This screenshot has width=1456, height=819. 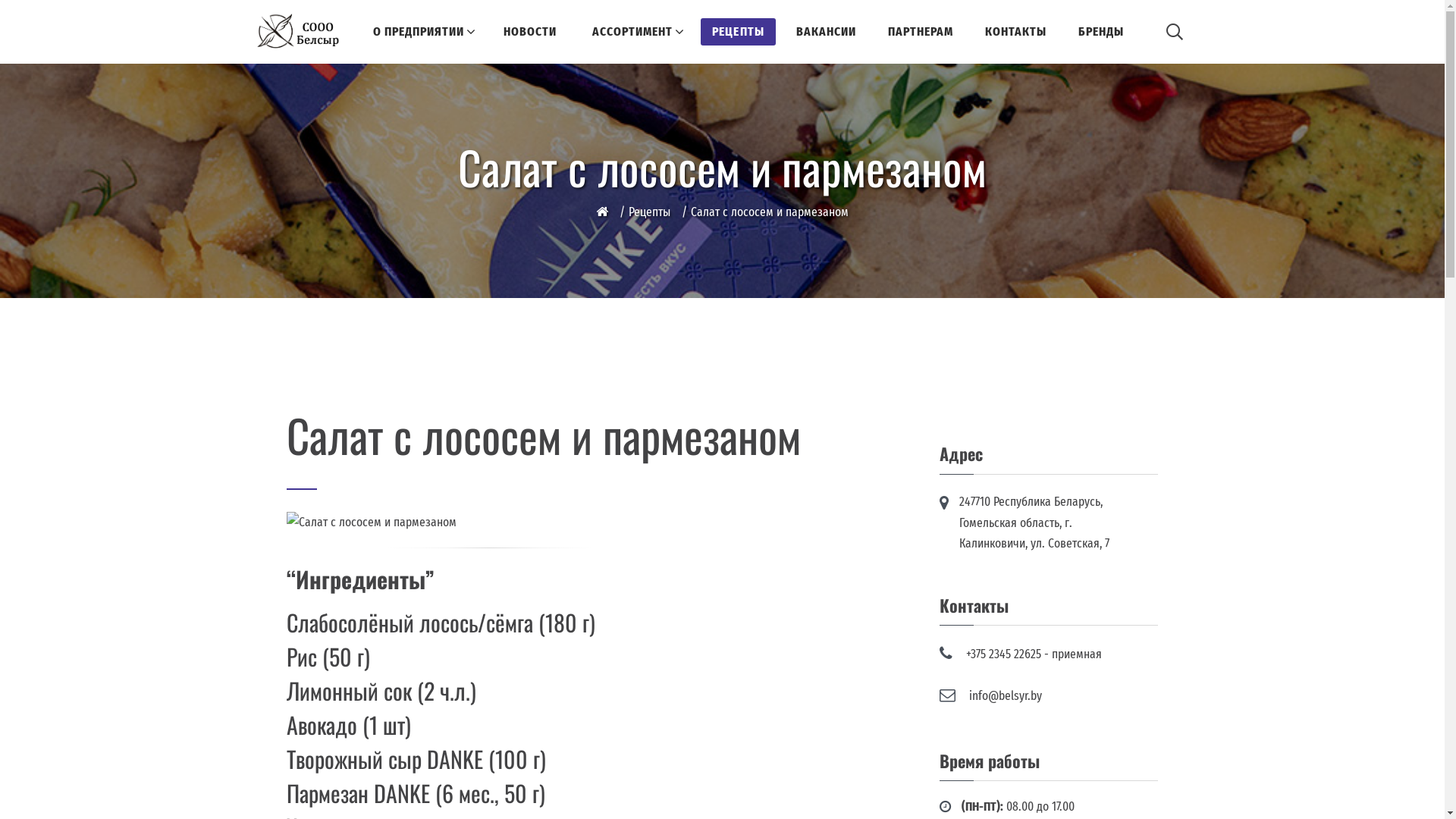 What do you see at coordinates (968, 695) in the screenshot?
I see `'info@belsyr.by'` at bounding box center [968, 695].